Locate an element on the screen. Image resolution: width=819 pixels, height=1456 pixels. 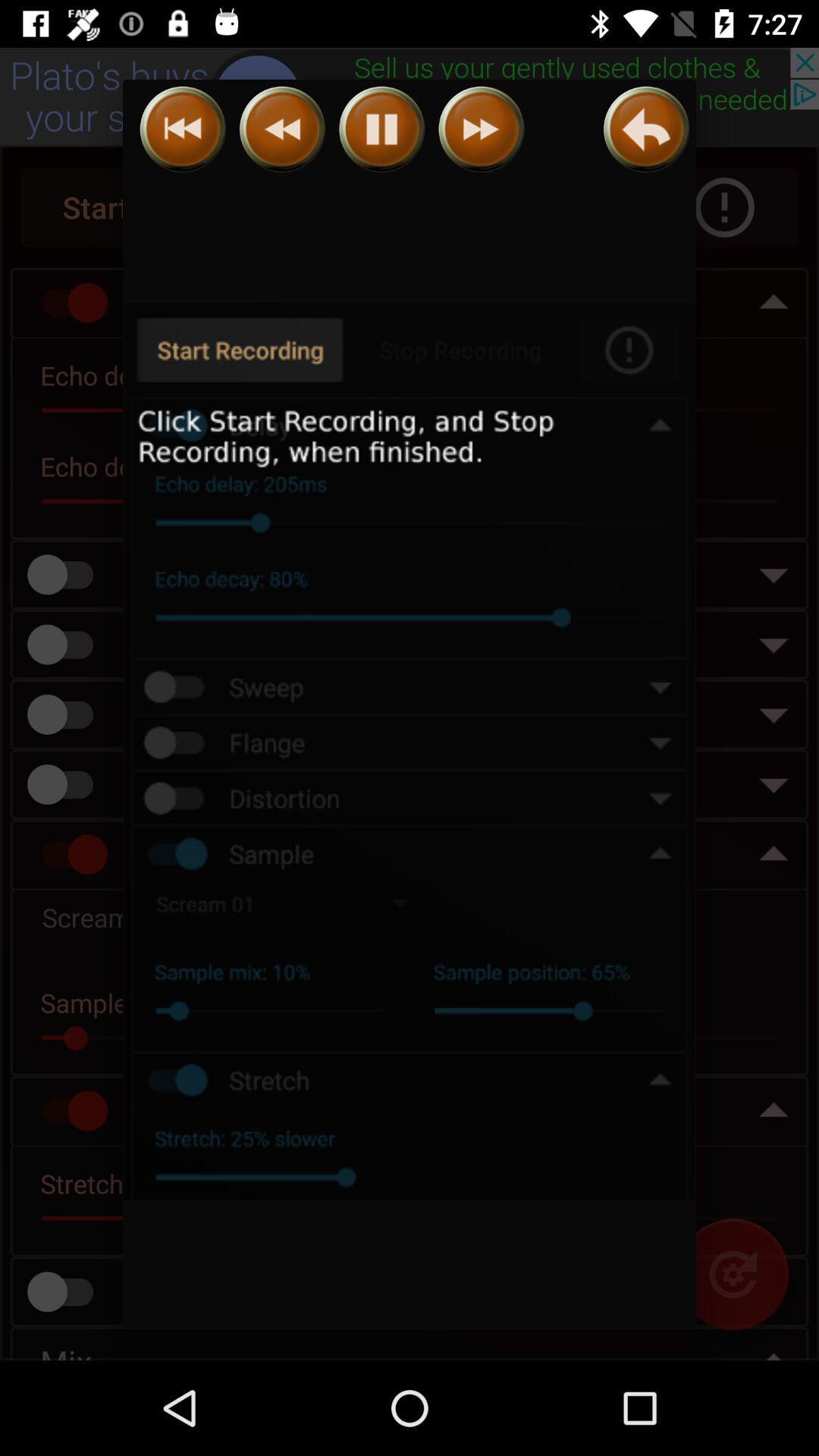
rewind is located at coordinates (182, 129).